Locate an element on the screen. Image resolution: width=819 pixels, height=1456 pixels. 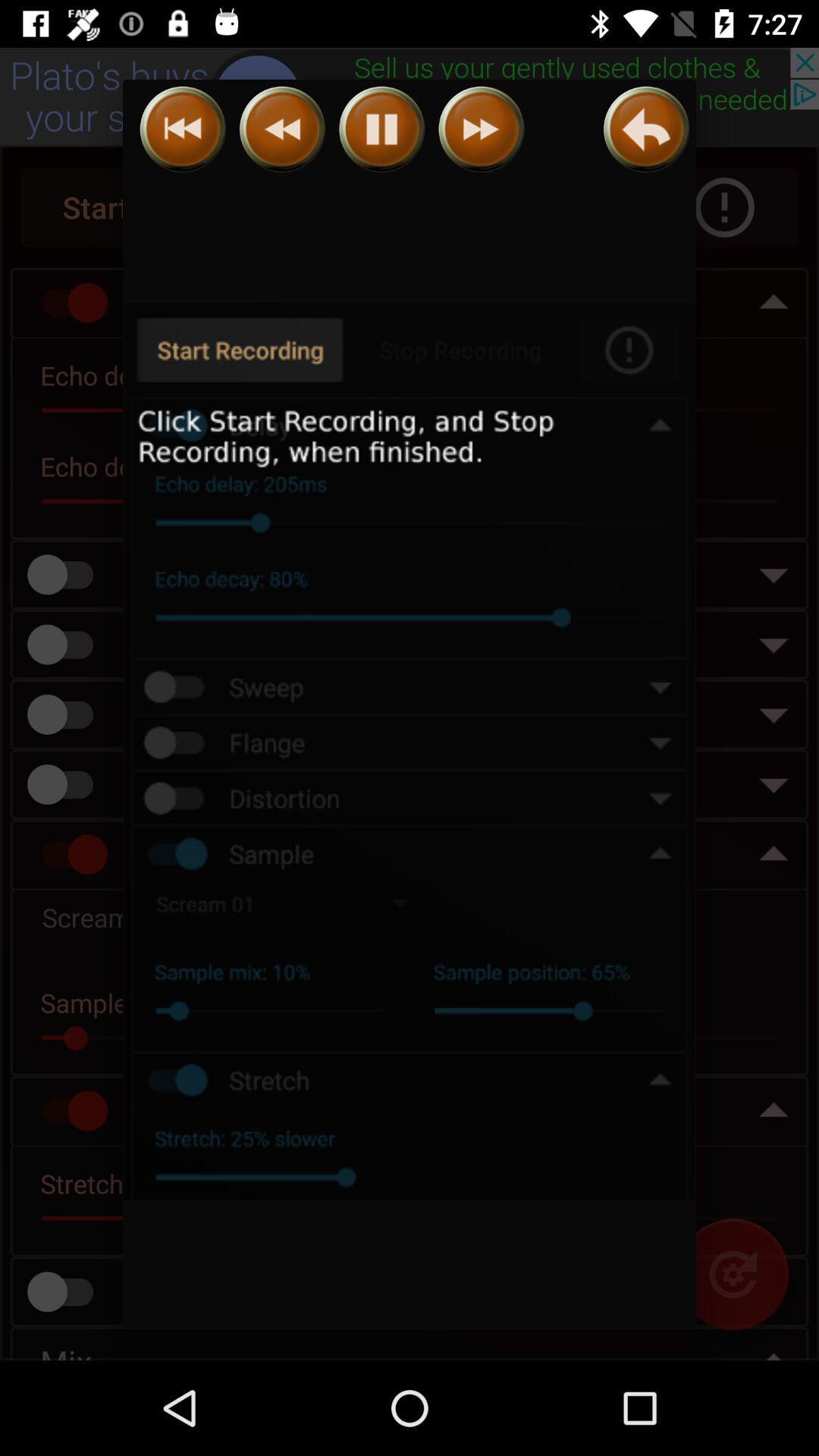
rewind is located at coordinates (182, 129).